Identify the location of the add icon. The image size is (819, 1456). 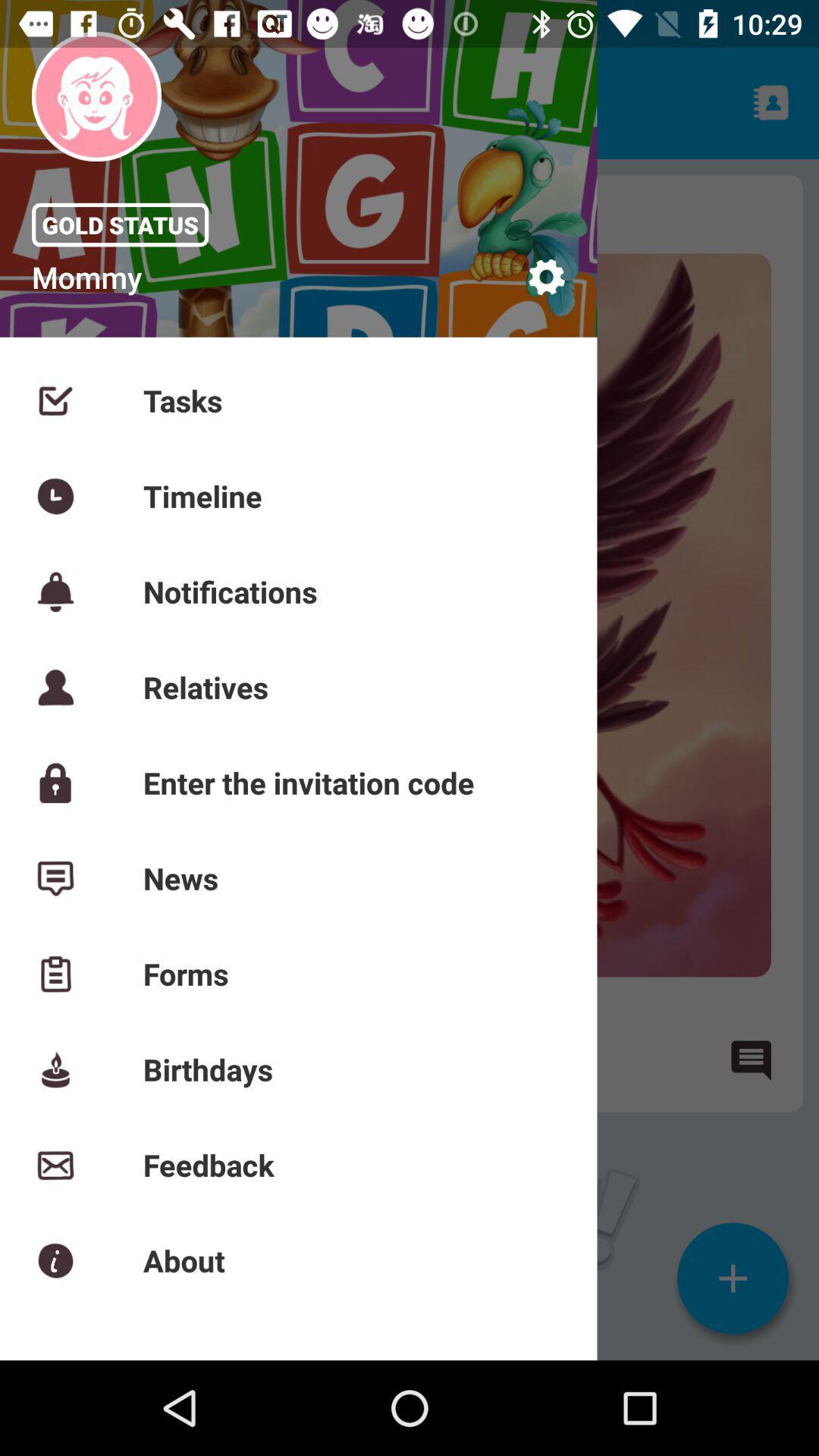
(732, 1277).